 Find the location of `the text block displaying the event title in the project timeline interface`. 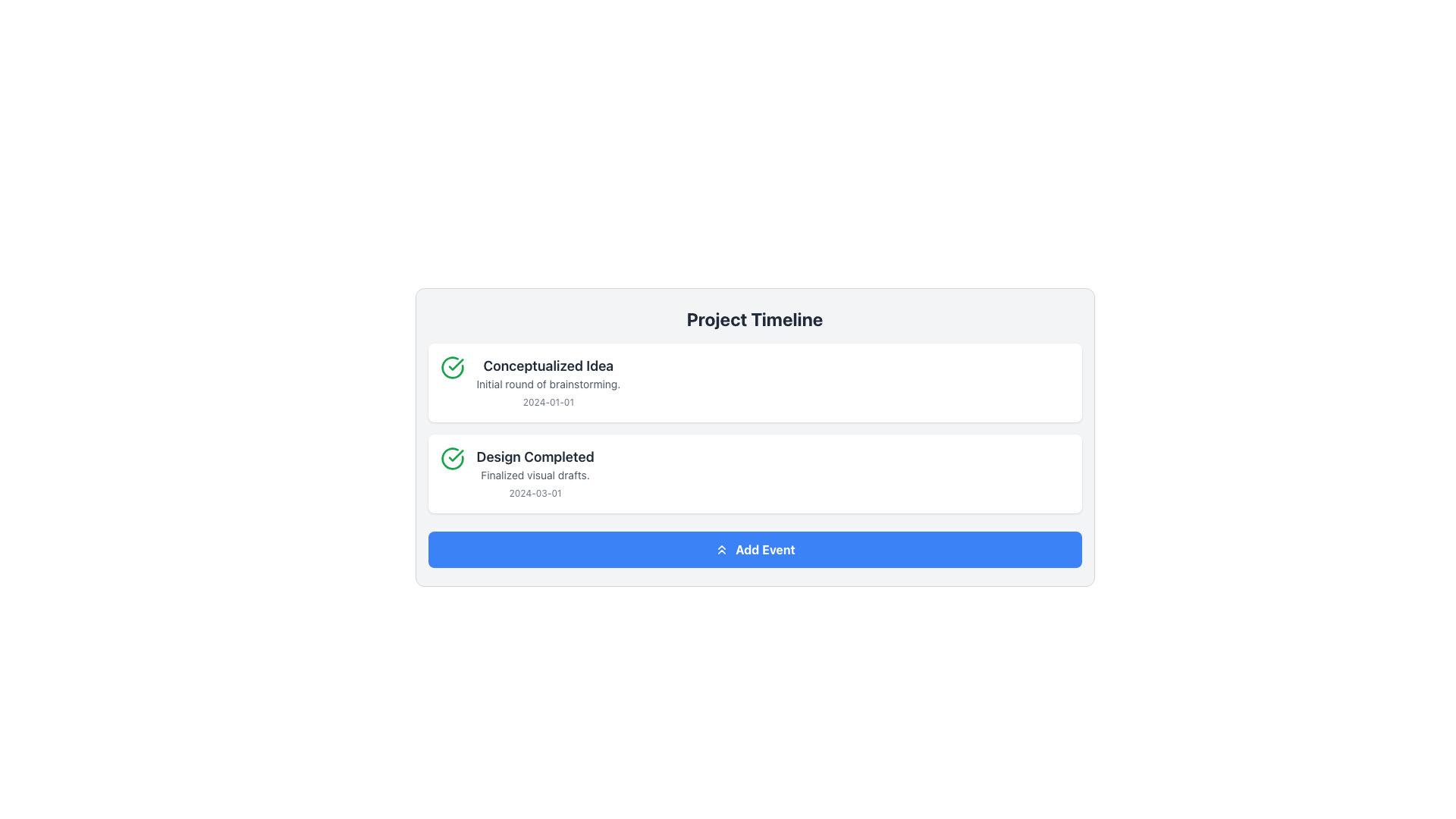

the text block displaying the event title in the project timeline interface is located at coordinates (548, 382).